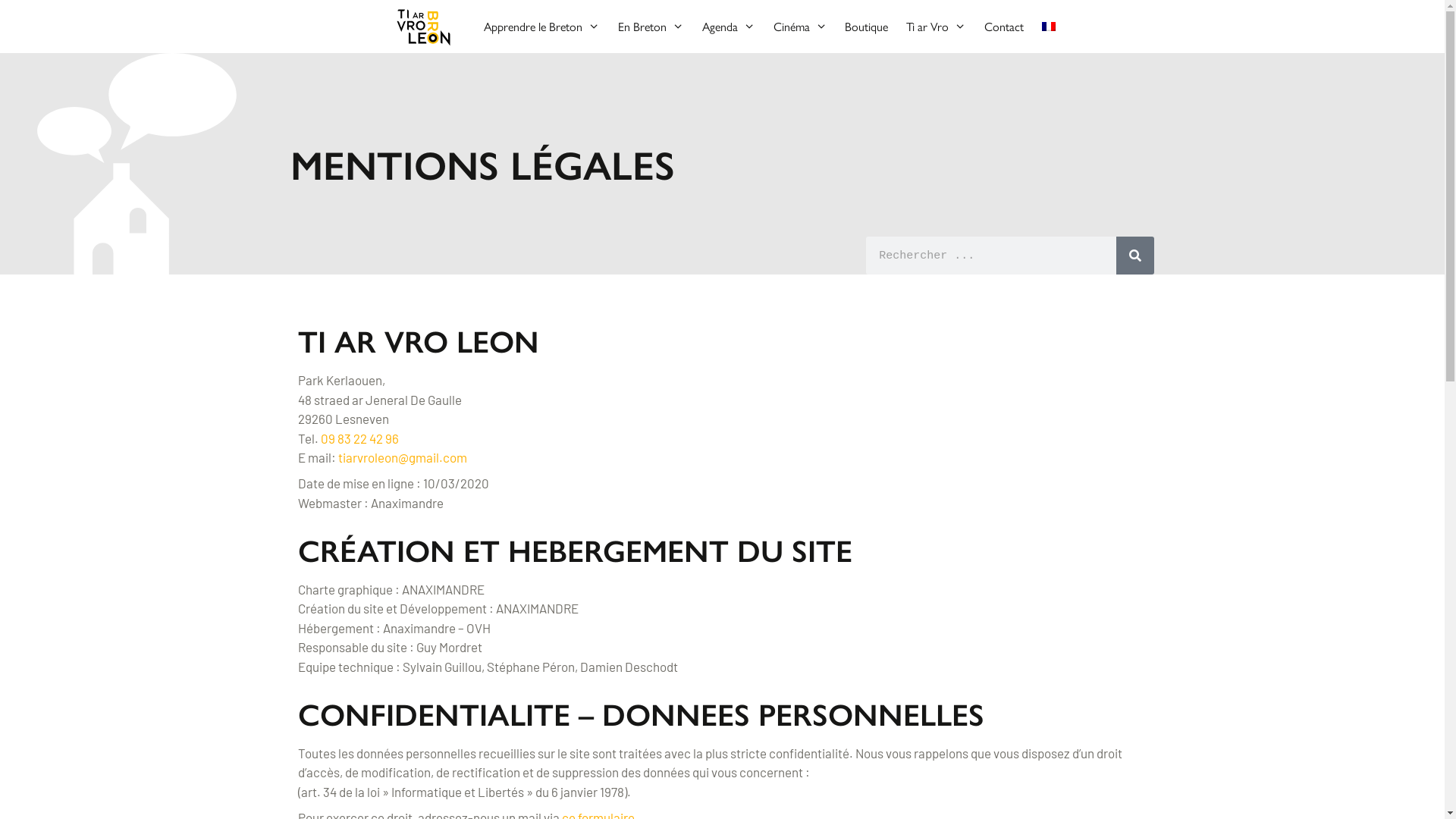 Image resolution: width=1456 pixels, height=819 pixels. What do you see at coordinates (728, 26) in the screenshot?
I see `'Agenda'` at bounding box center [728, 26].